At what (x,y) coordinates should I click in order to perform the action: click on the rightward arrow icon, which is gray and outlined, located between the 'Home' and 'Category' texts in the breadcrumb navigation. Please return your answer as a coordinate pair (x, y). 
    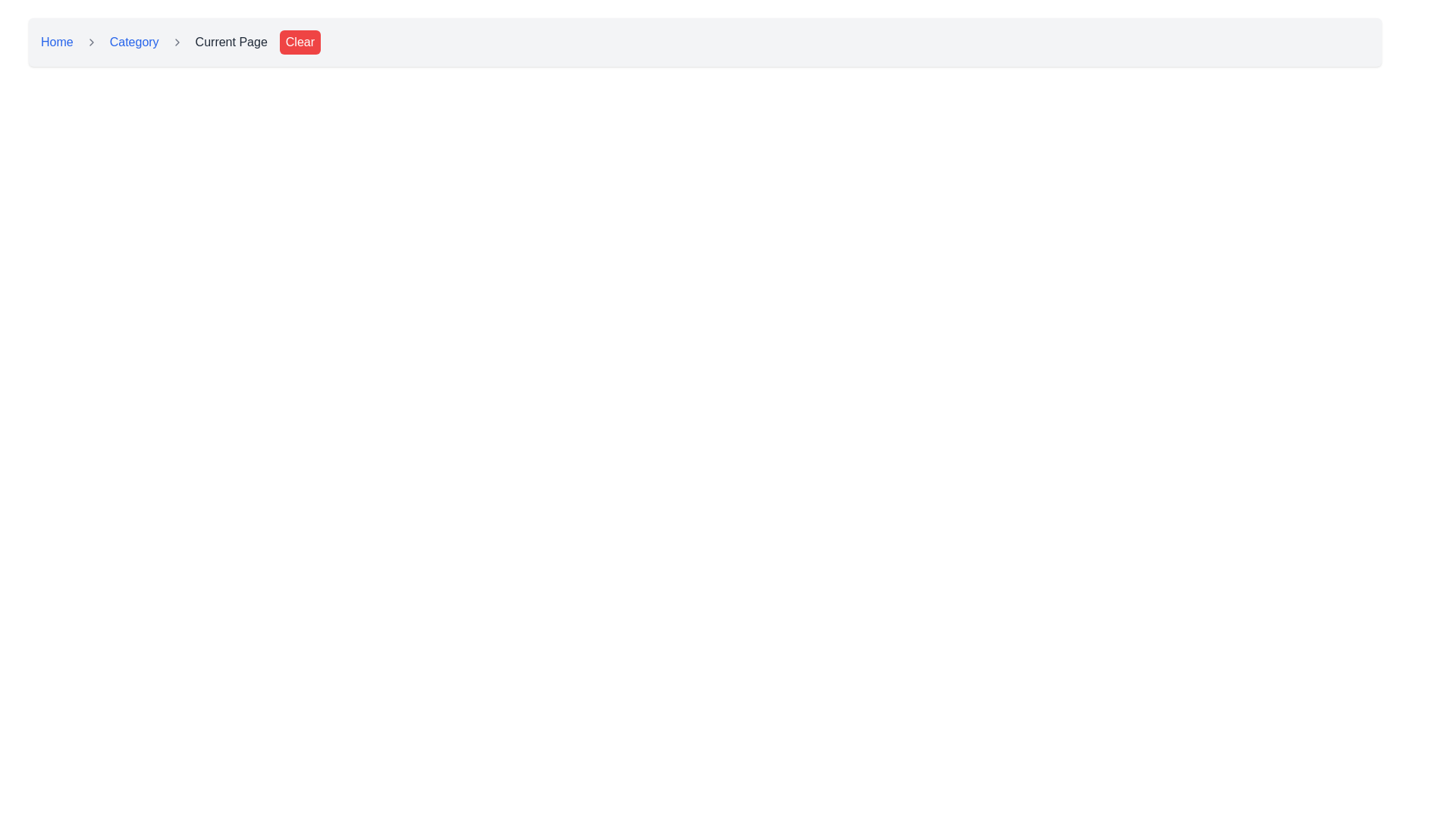
    Looking at the image, I should click on (90, 42).